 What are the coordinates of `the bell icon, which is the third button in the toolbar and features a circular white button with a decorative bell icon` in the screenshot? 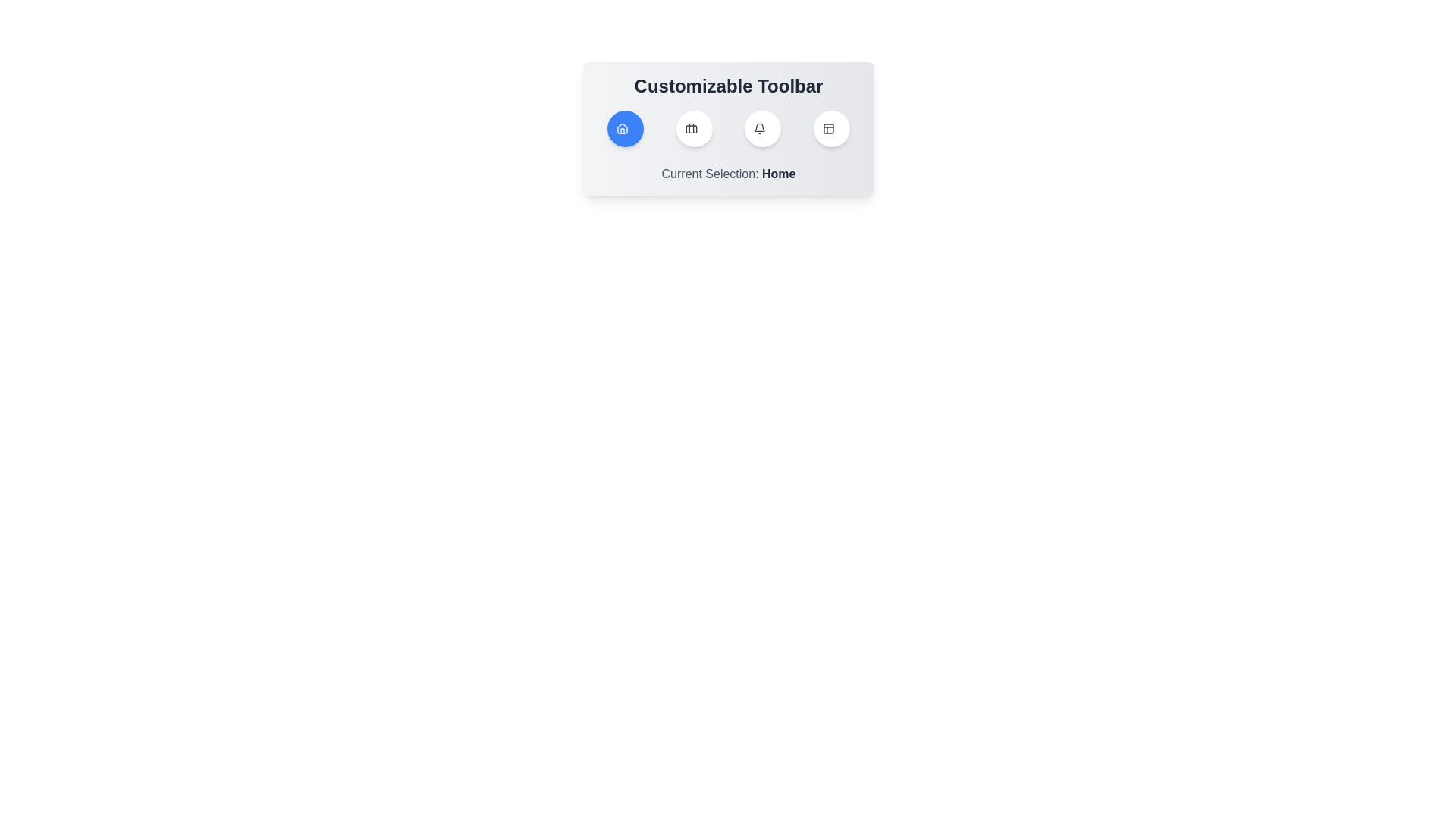 It's located at (760, 127).